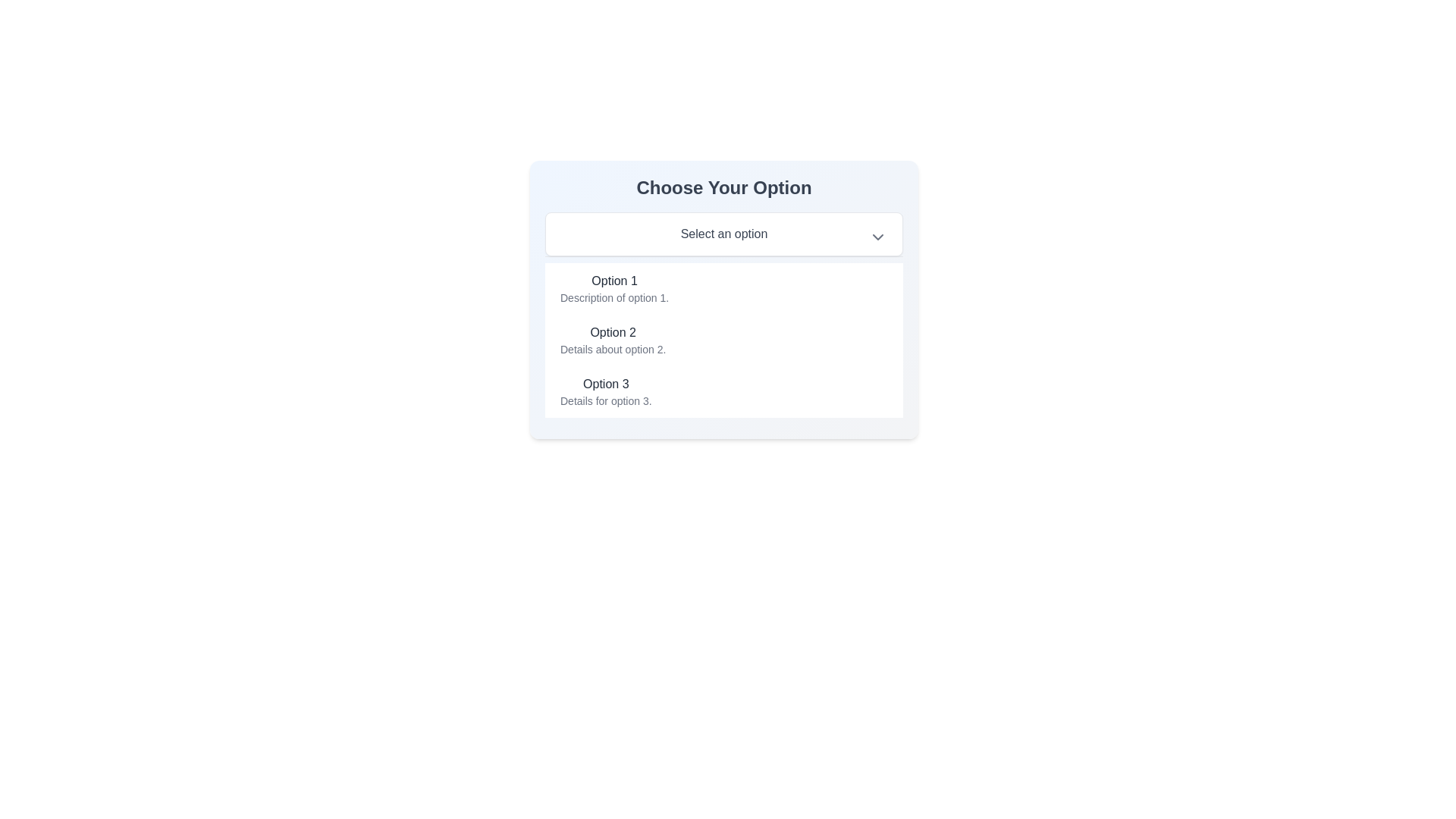 This screenshot has width=1456, height=819. Describe the element at coordinates (723, 299) in the screenshot. I see `the dropdown menu labeled 'Select an option' in the central panel titled 'Choose Your Option'` at that location.